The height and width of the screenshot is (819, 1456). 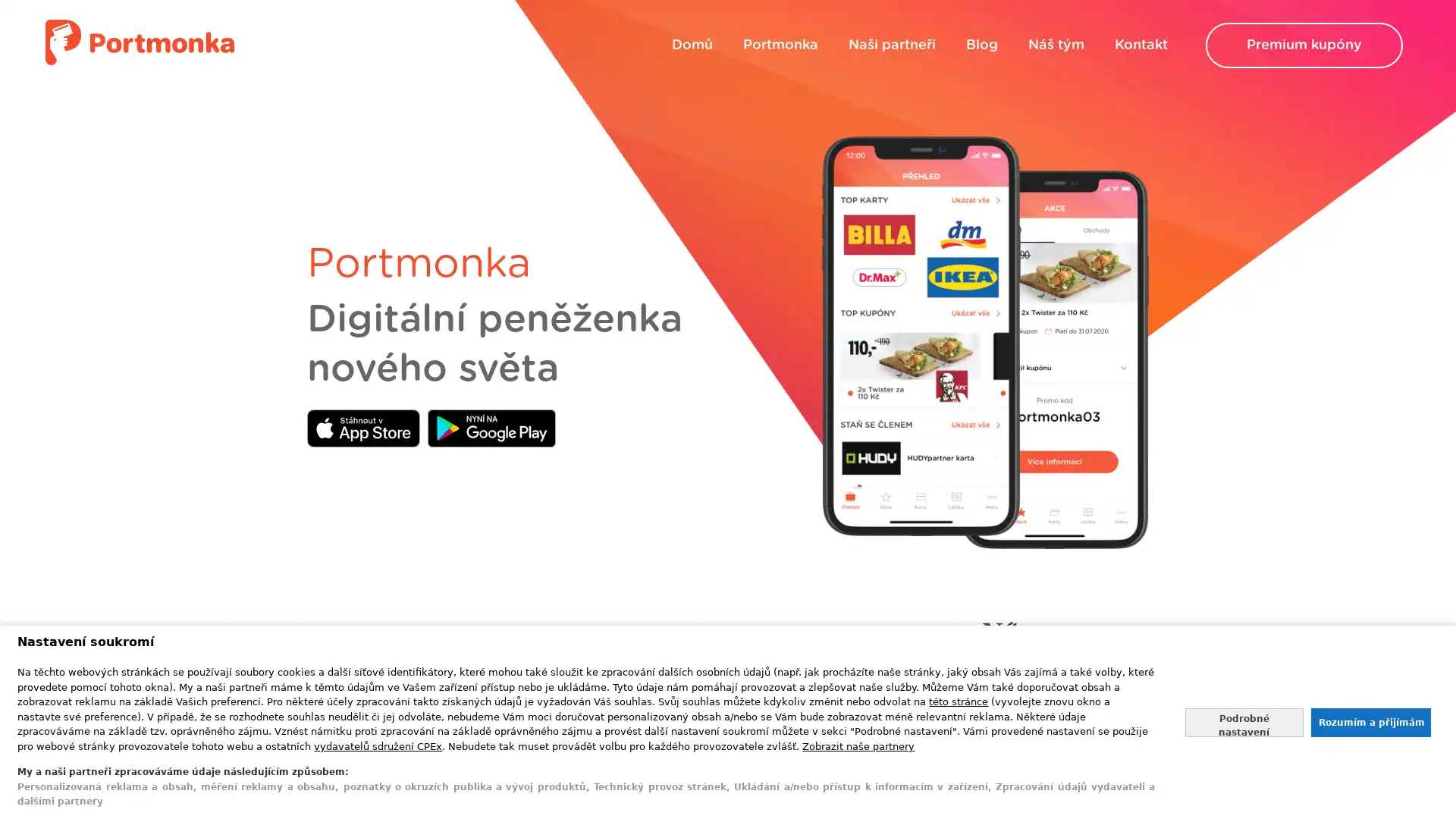 I want to click on Souhlasit s nasim zpracovanim udaju a zavrit, so click(x=1370, y=721).